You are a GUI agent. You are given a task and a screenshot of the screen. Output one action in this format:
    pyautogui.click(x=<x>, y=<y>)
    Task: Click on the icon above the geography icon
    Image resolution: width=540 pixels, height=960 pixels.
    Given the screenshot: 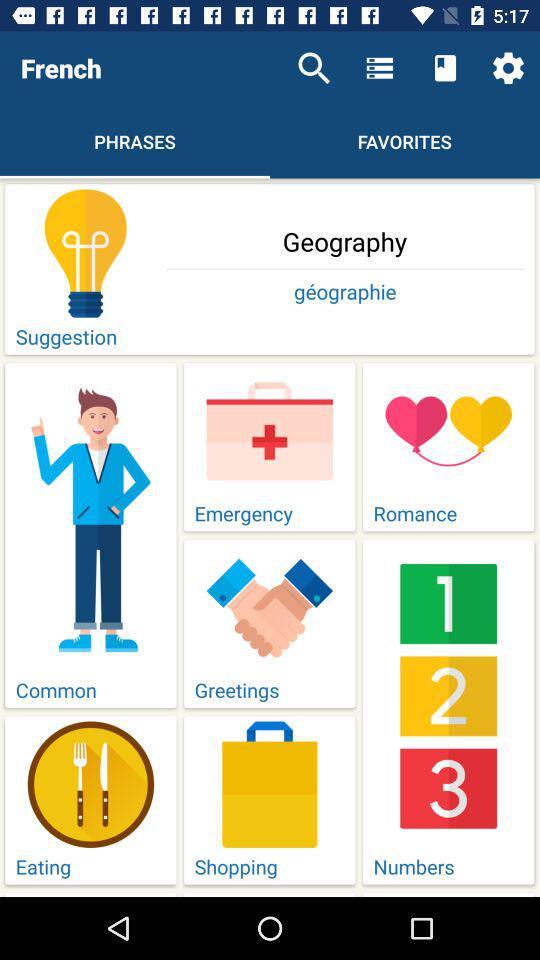 What is the action you would take?
    pyautogui.click(x=508, y=68)
    